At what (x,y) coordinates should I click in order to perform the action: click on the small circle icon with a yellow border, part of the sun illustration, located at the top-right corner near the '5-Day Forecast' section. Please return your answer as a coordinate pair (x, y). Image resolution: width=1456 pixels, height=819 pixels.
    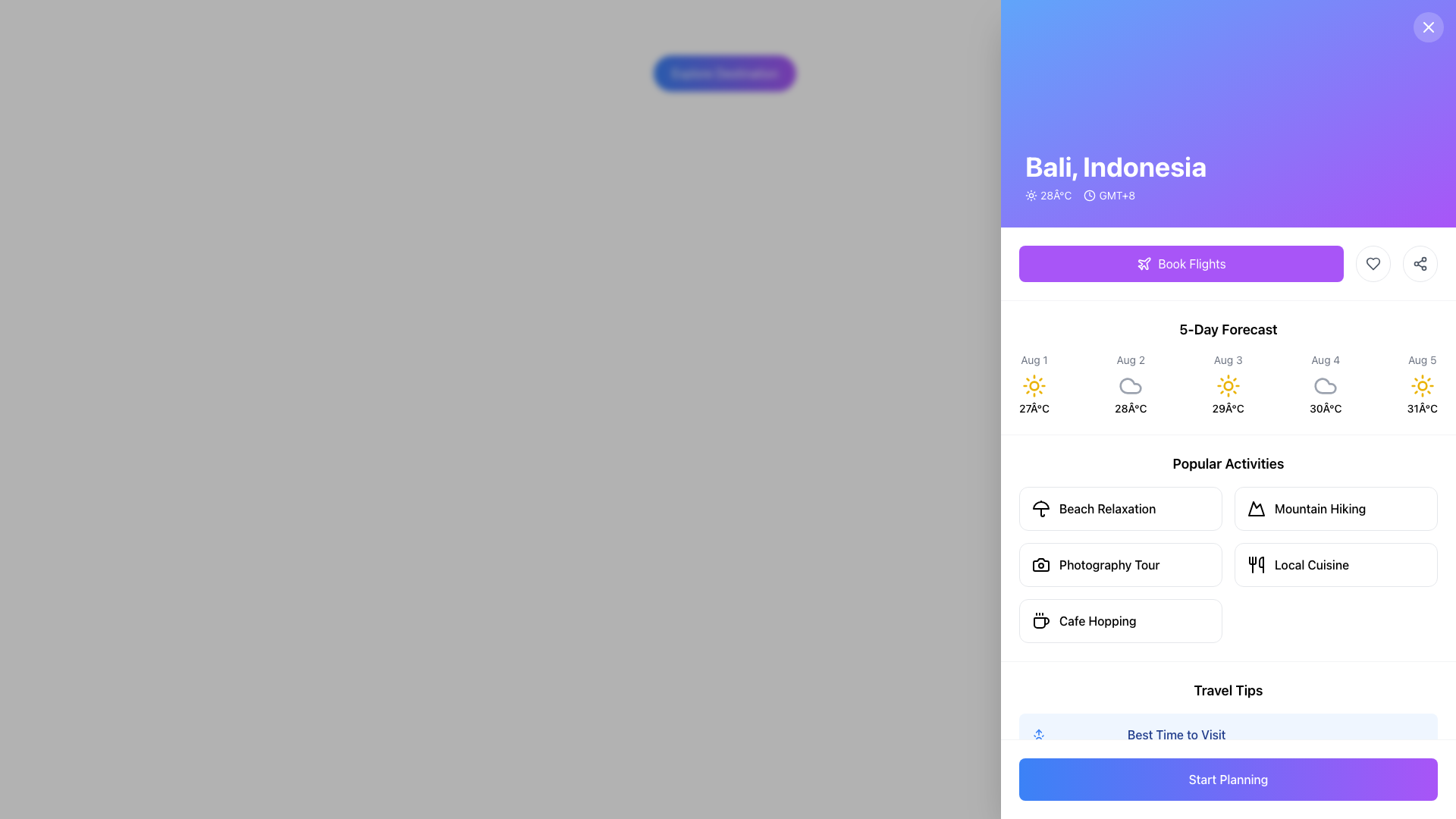
    Looking at the image, I should click on (1421, 385).